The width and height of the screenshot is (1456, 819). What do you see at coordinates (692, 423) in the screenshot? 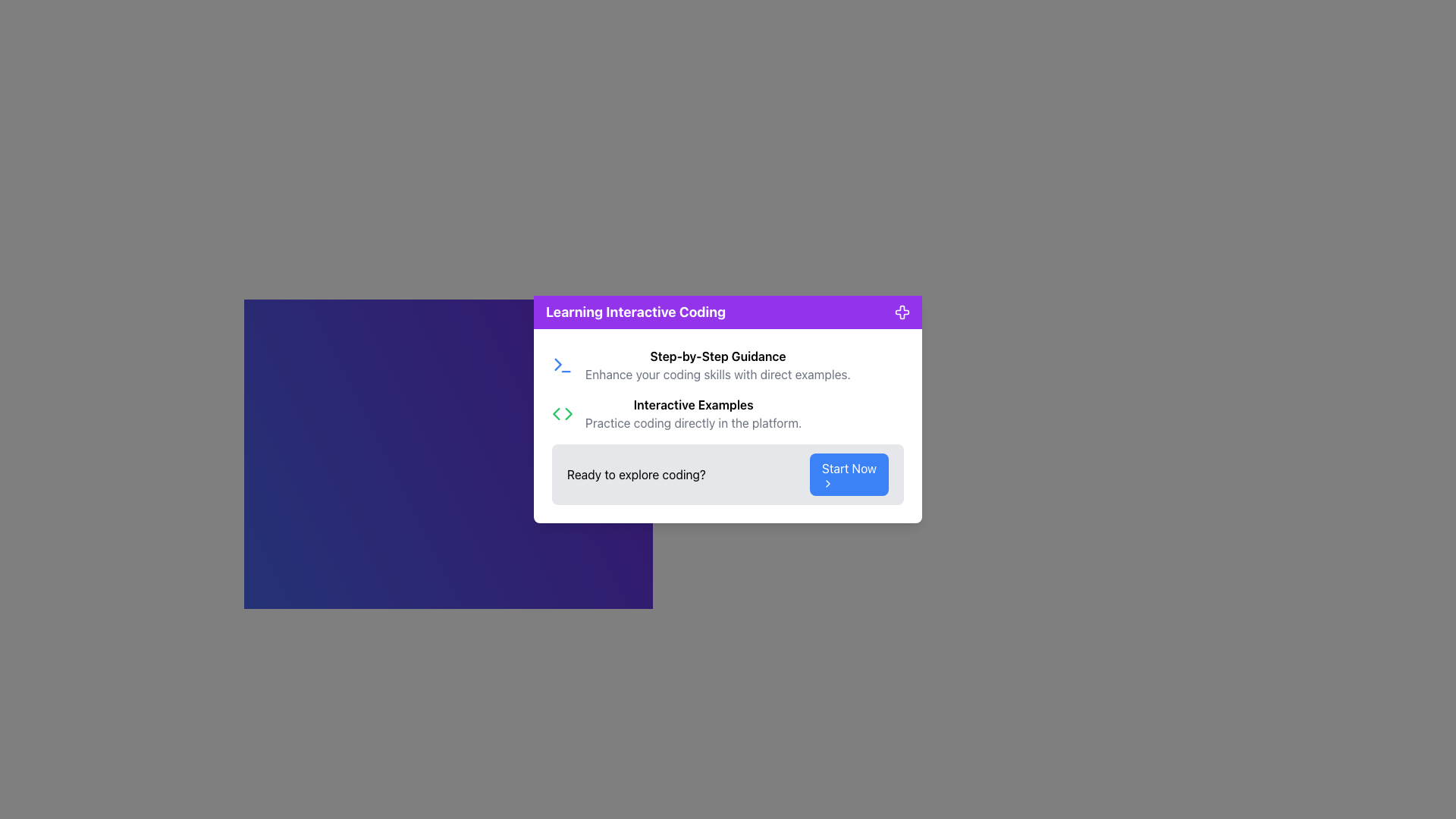
I see `descriptive text label located within the modal window titled 'Learning Interactive Coding', positioned below the heading 'Interactive Examples' and above the 'Start Now' button` at bounding box center [692, 423].